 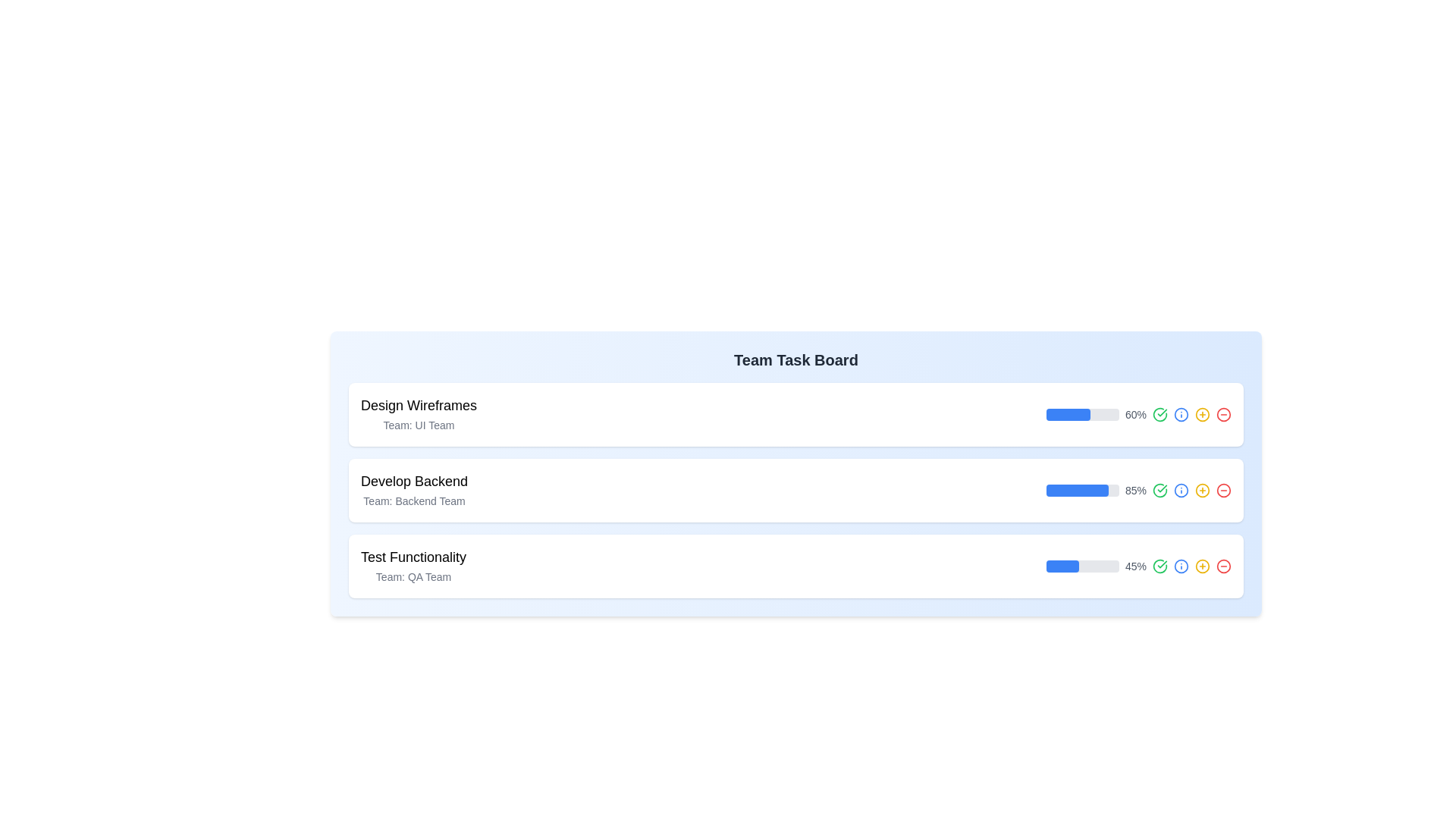 I want to click on the progress bar located in the 'Design Wireframes' section on the Team Task Board, which visually indicates the completion percentage of 60%, so click(x=1081, y=415).